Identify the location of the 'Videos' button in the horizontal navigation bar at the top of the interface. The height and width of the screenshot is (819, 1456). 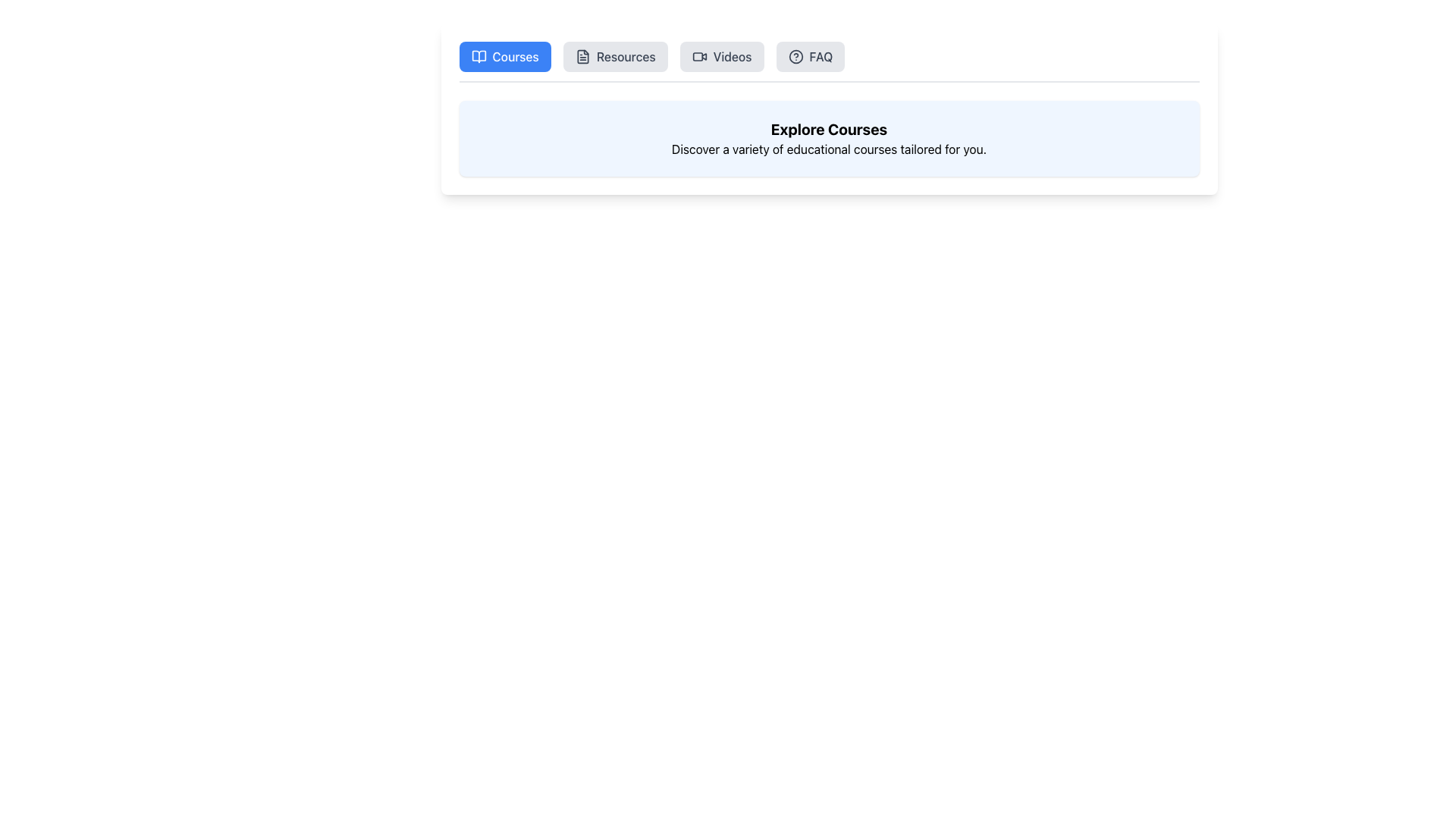
(720, 55).